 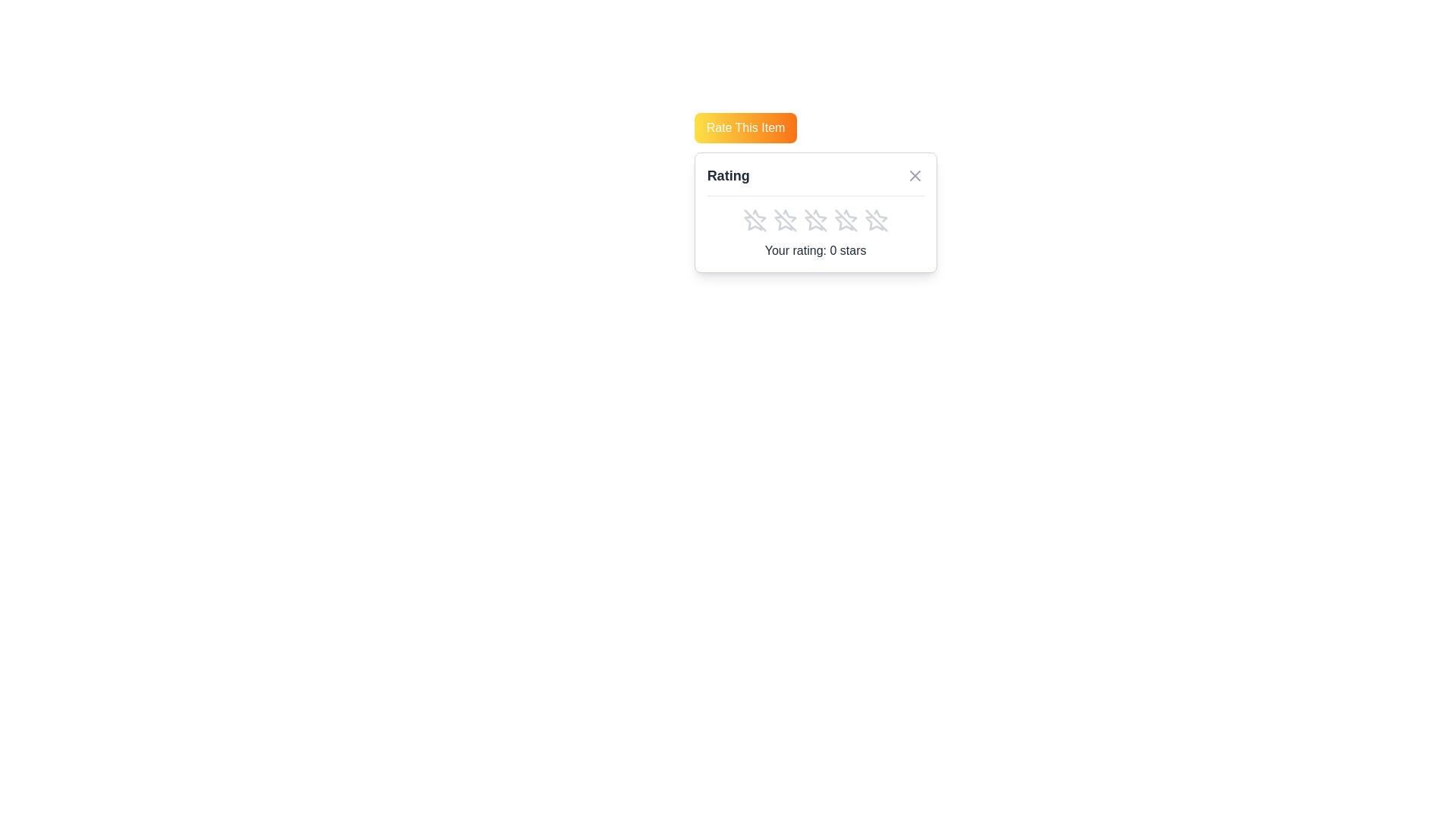 What do you see at coordinates (814, 220) in the screenshot?
I see `the third star icon in the rating component to adjust the rating score` at bounding box center [814, 220].